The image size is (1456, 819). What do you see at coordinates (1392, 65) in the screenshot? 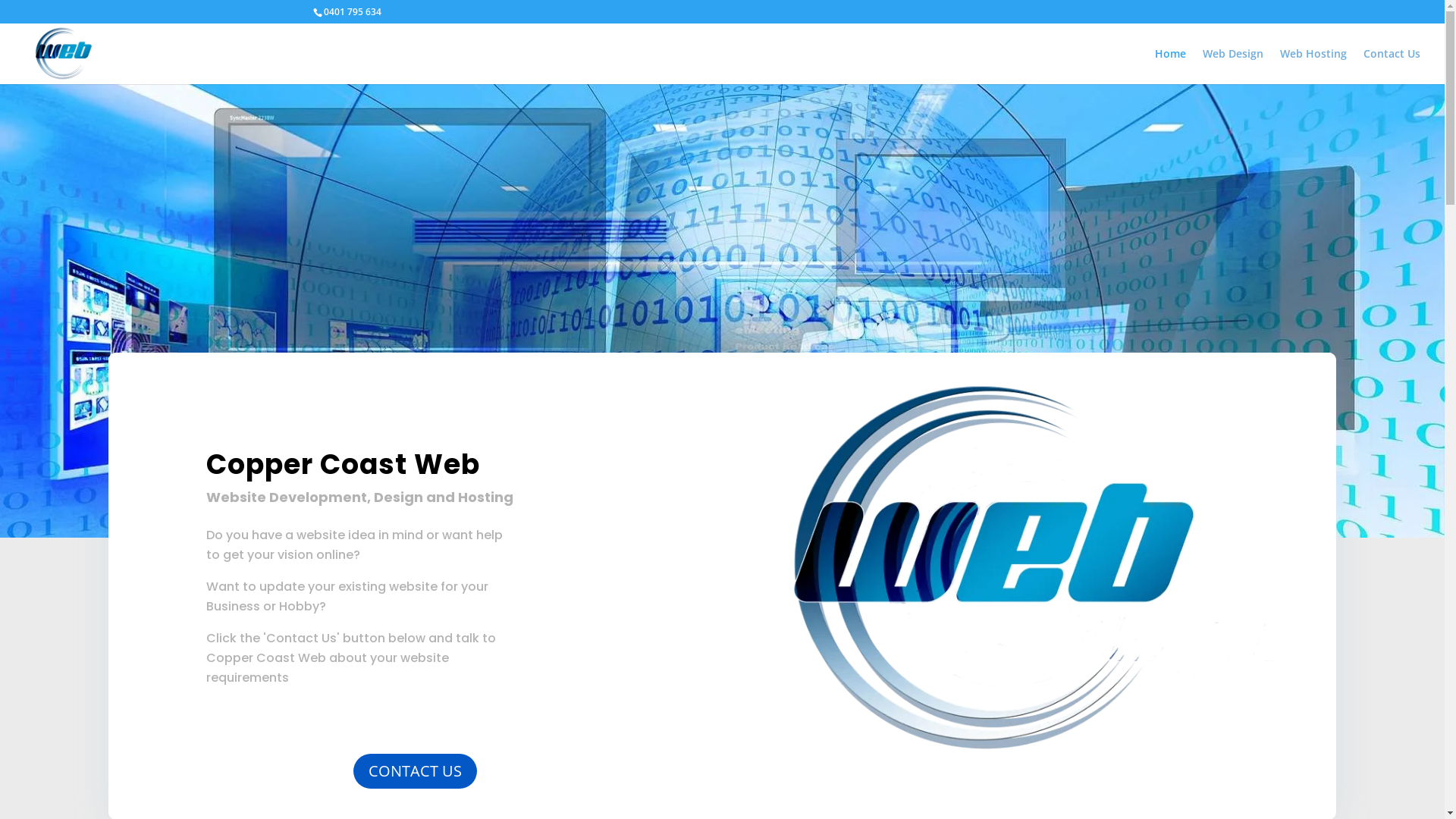
I see `'Contact Us'` at bounding box center [1392, 65].